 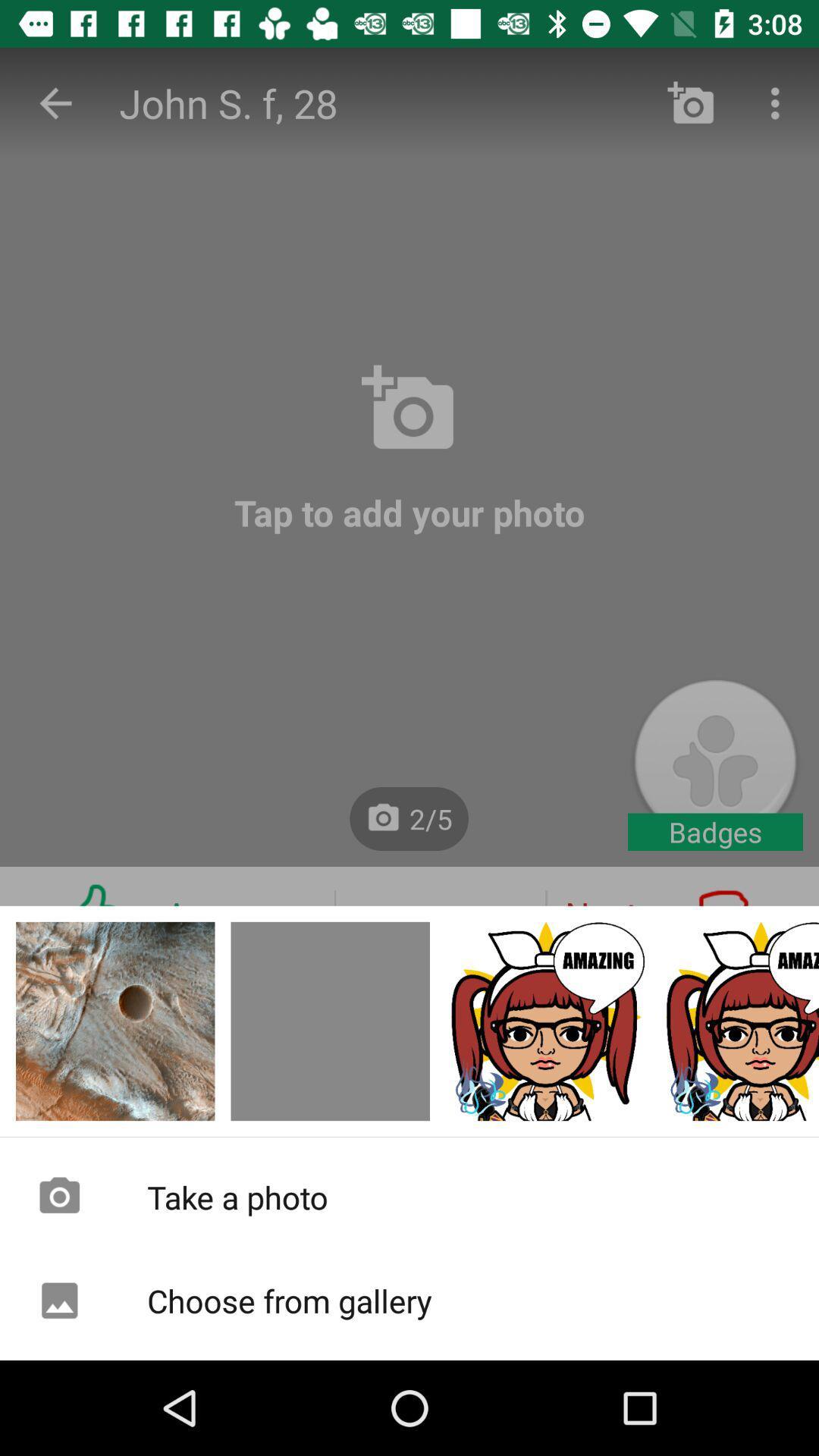 What do you see at coordinates (115, 1021) in the screenshot?
I see `photo` at bounding box center [115, 1021].